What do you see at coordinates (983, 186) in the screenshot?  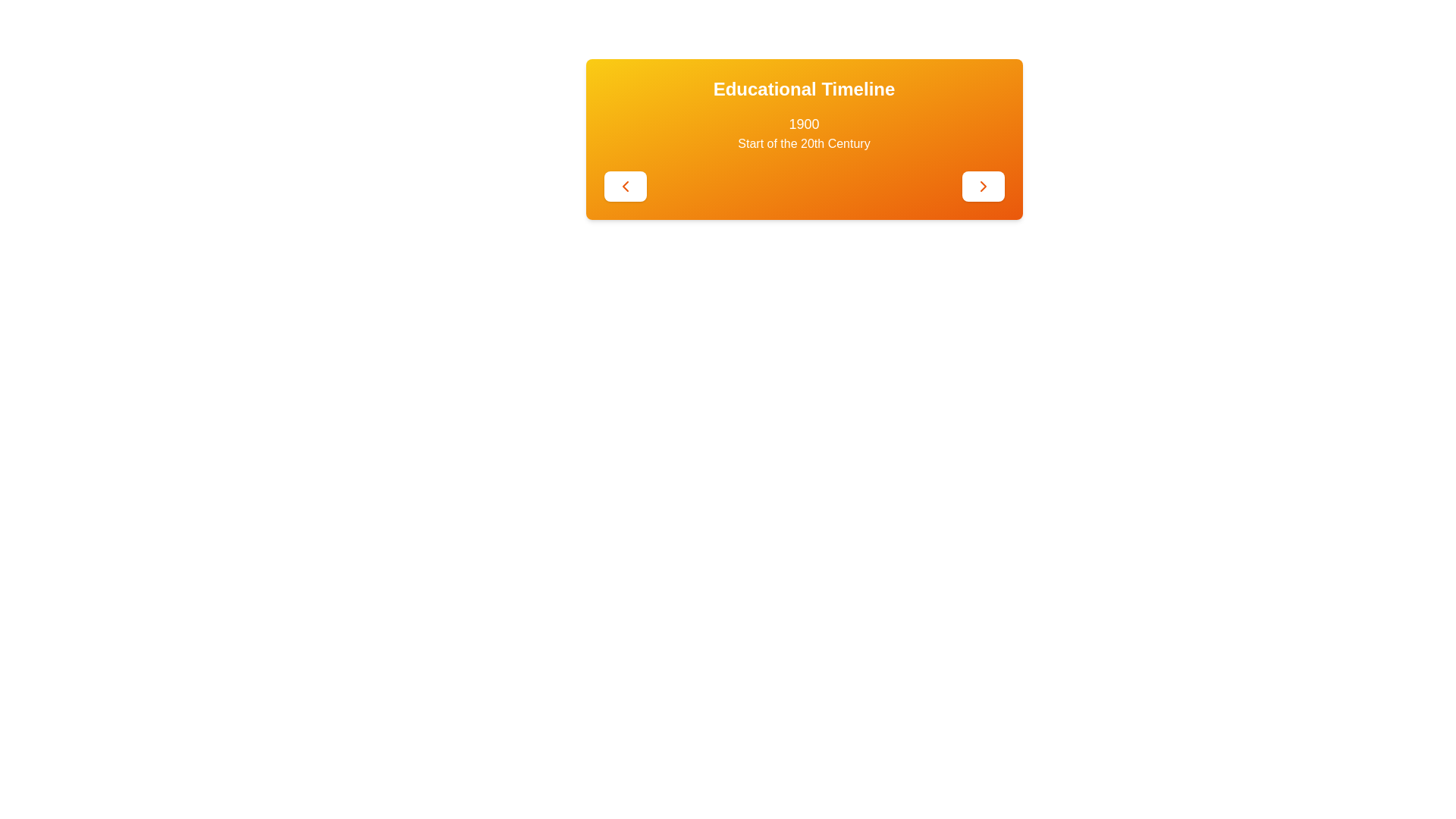 I see `the button with a white background, orange text and border, featuring a rightward chevron icon, located on the far right of the 'Educational Timeline' section` at bounding box center [983, 186].